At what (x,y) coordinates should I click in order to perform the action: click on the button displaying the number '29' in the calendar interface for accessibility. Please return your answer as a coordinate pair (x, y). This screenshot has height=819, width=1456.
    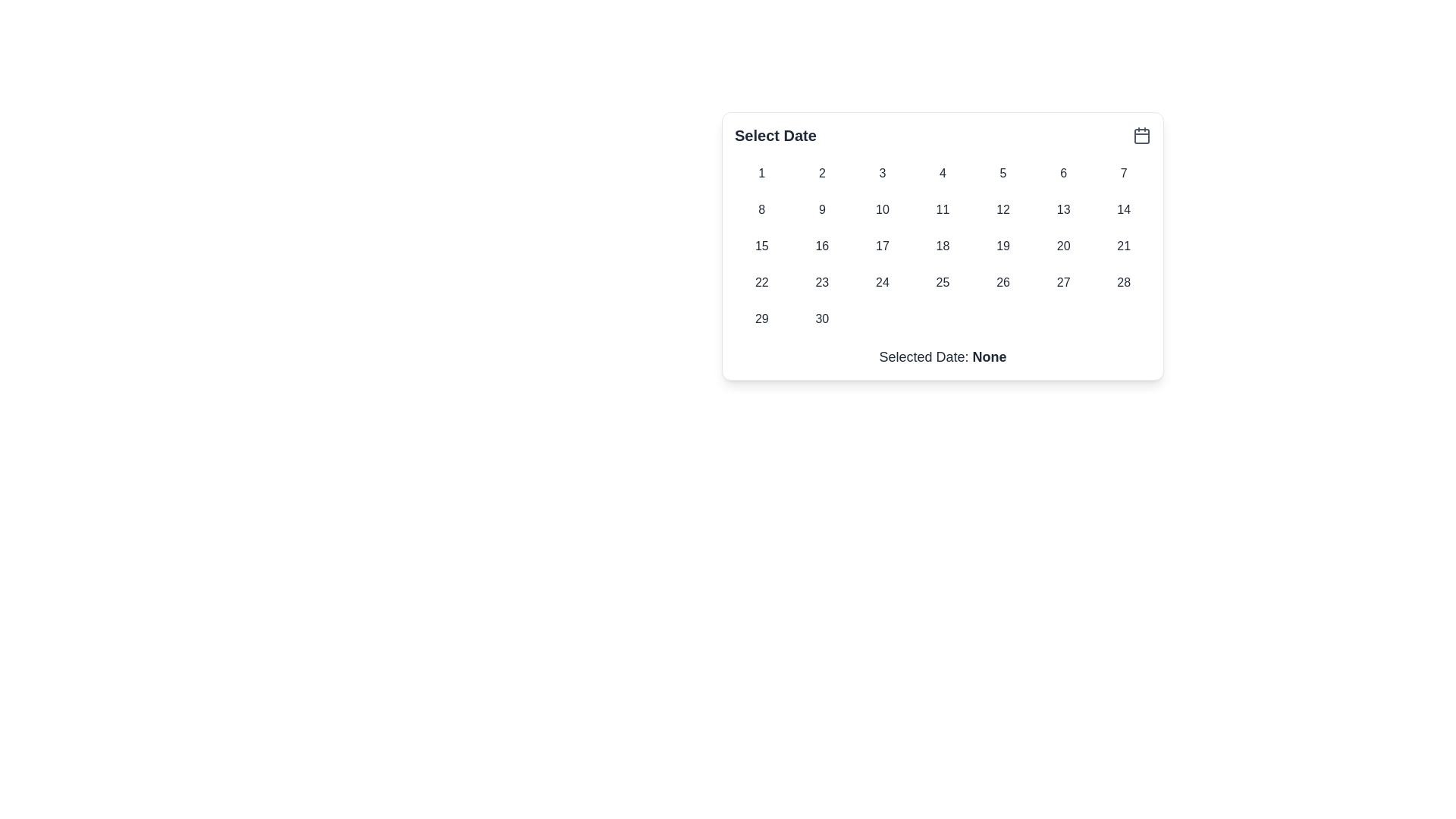
    Looking at the image, I should click on (761, 318).